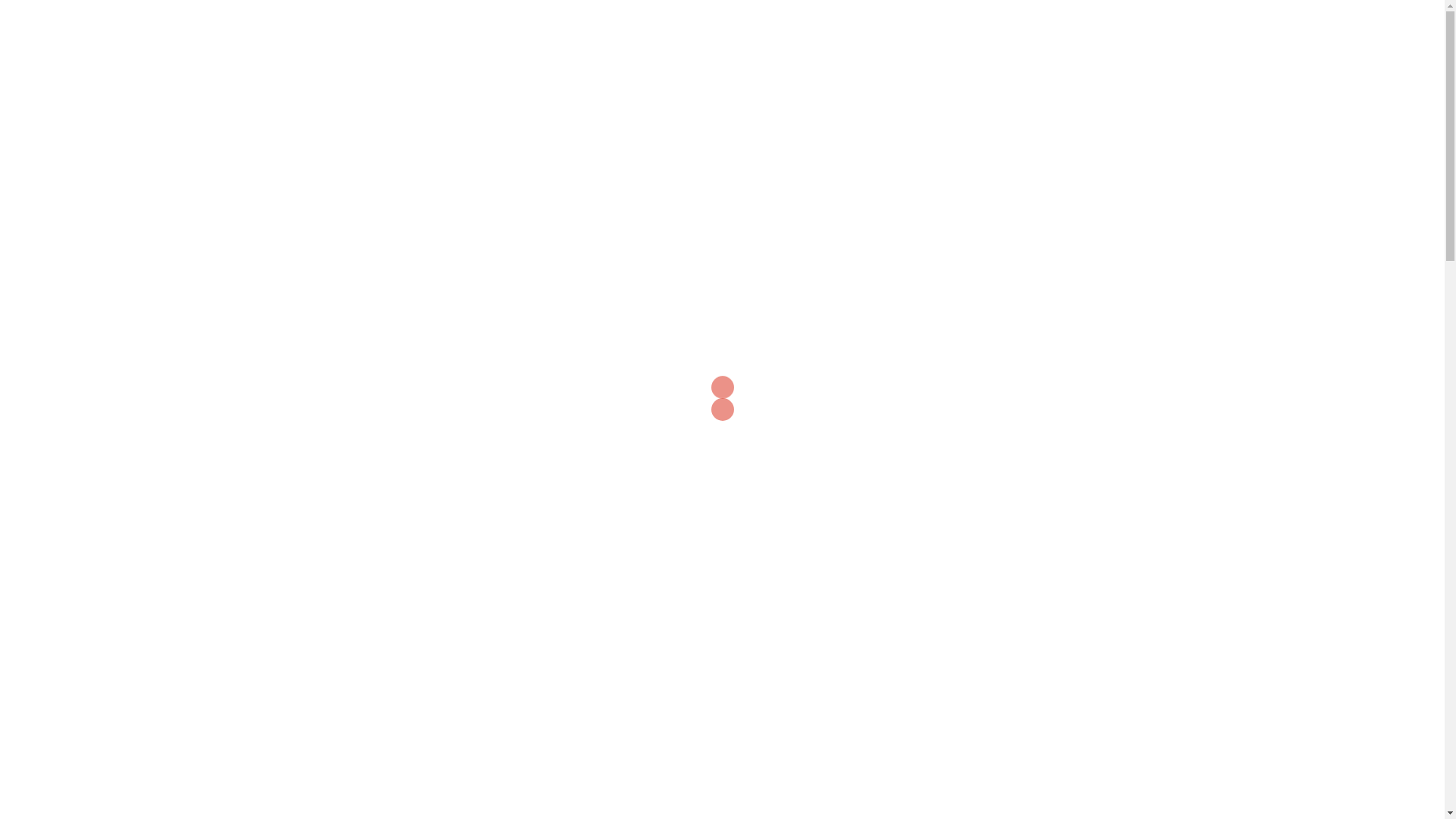  I want to click on 'Skip to content', so click(0, 0).